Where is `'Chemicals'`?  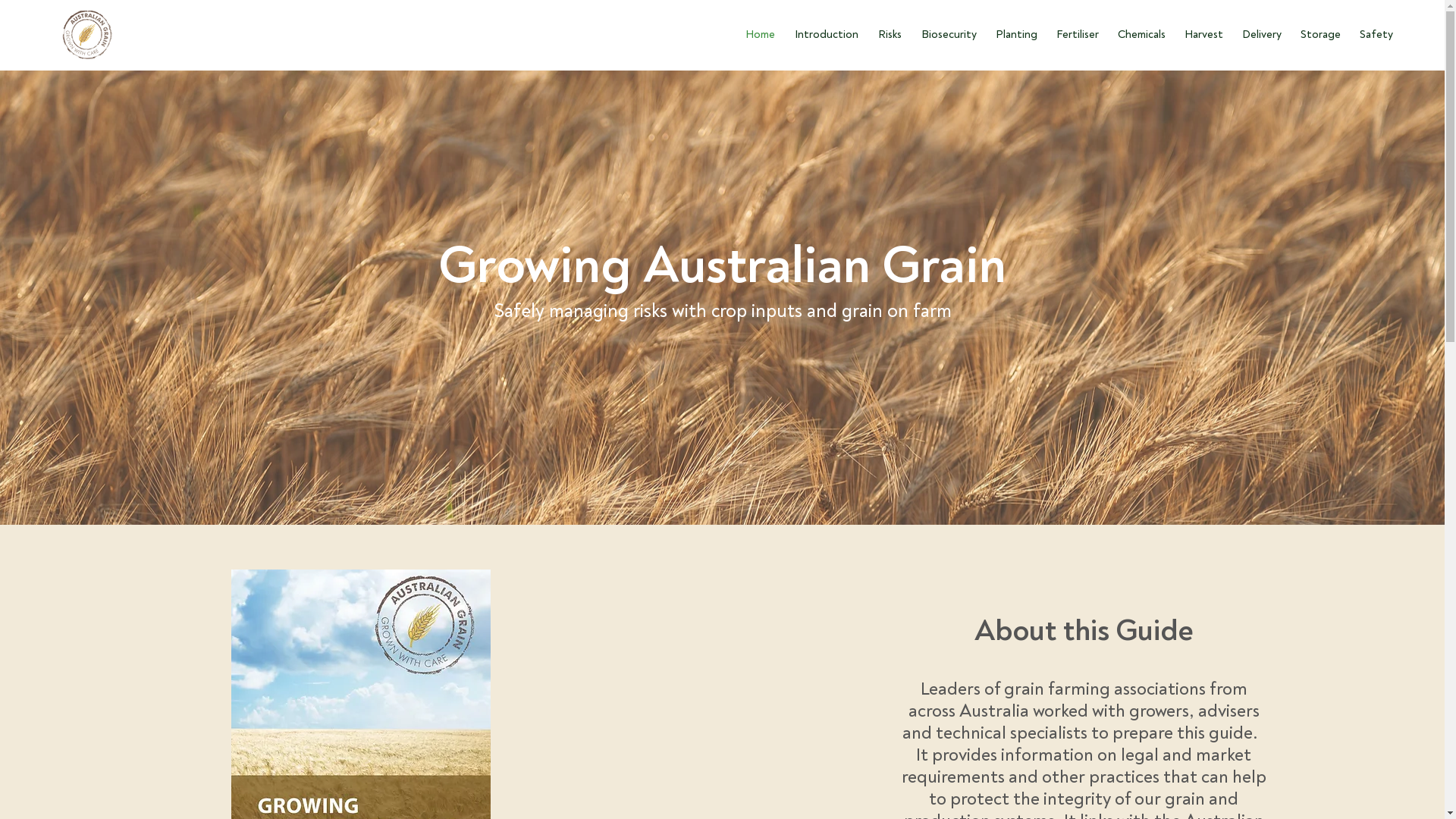 'Chemicals' is located at coordinates (1139, 34).